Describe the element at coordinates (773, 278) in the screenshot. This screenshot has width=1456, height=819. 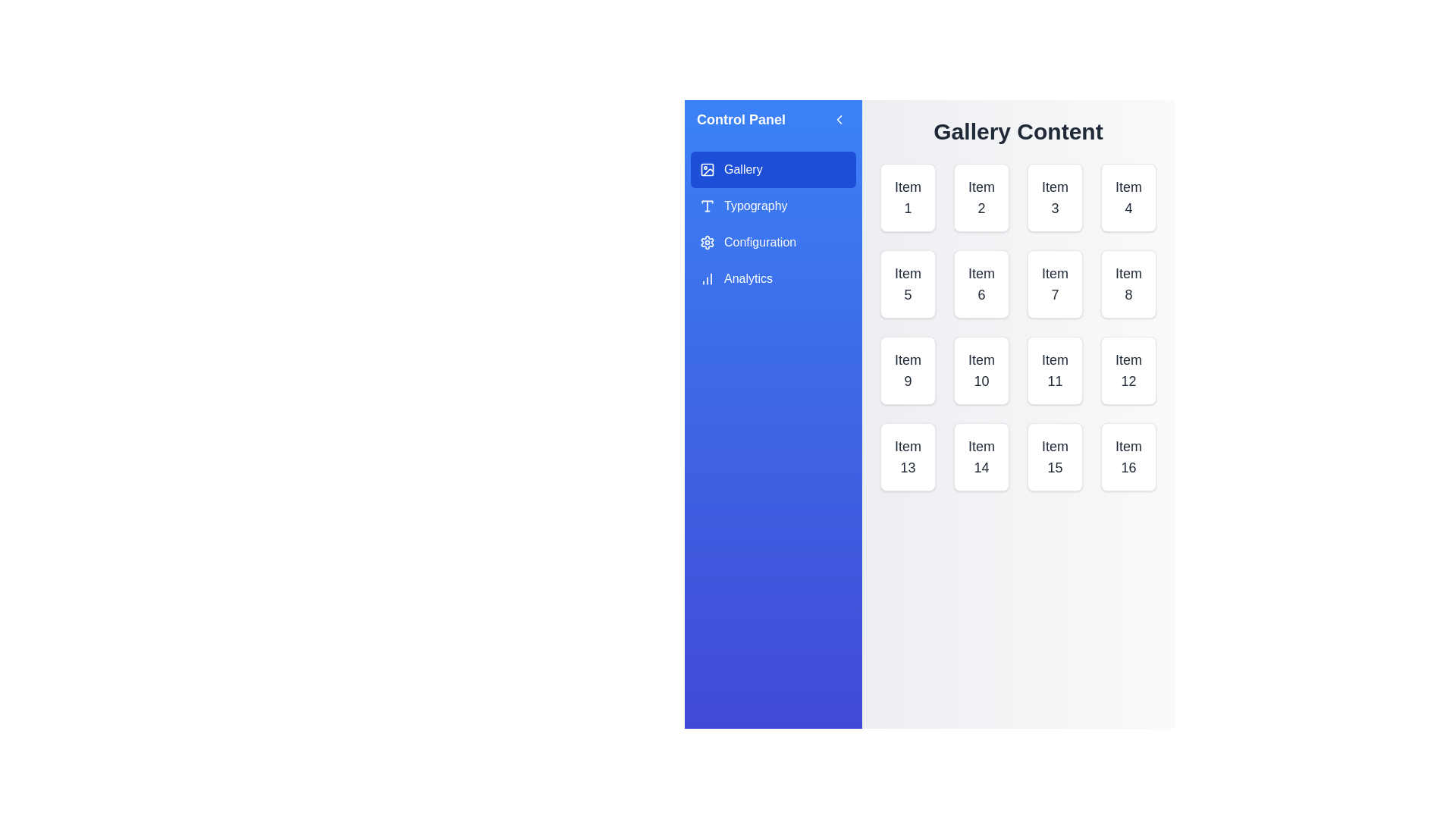
I see `the category Analytics from the menu` at that location.